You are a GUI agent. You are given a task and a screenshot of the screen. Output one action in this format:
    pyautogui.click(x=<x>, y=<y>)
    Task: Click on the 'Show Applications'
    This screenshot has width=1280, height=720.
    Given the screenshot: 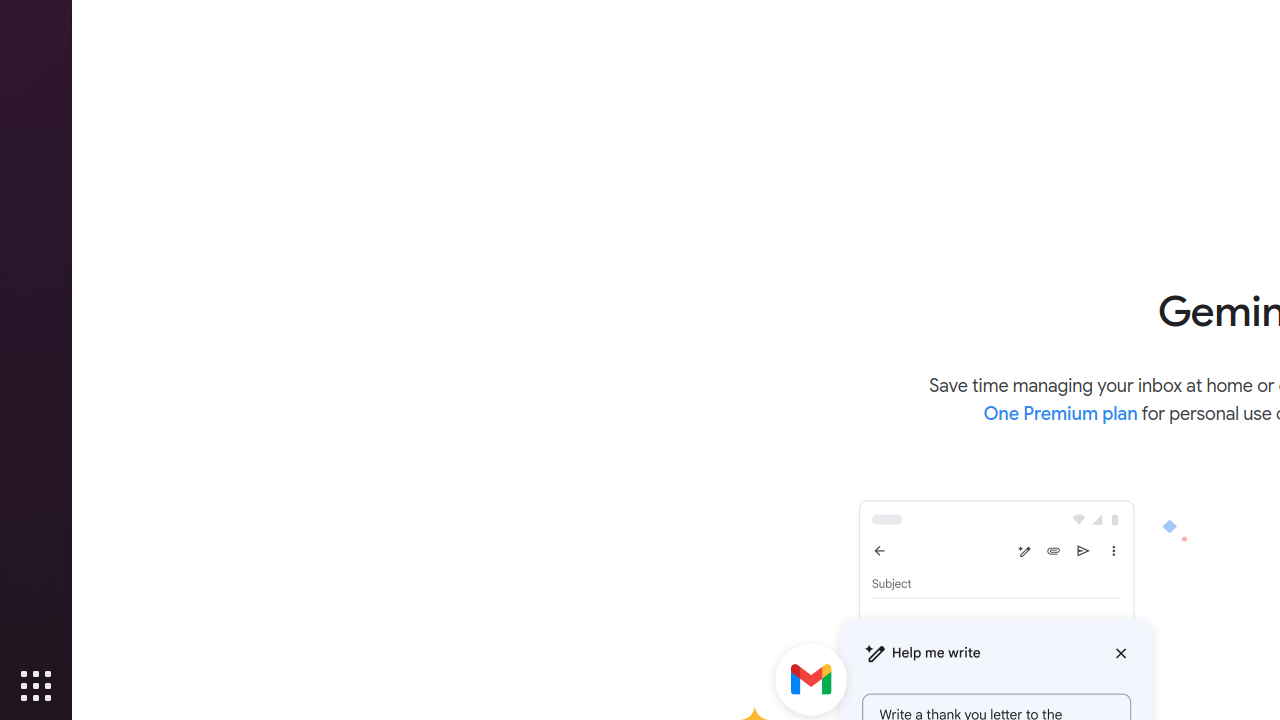 What is the action you would take?
    pyautogui.click(x=35, y=685)
    